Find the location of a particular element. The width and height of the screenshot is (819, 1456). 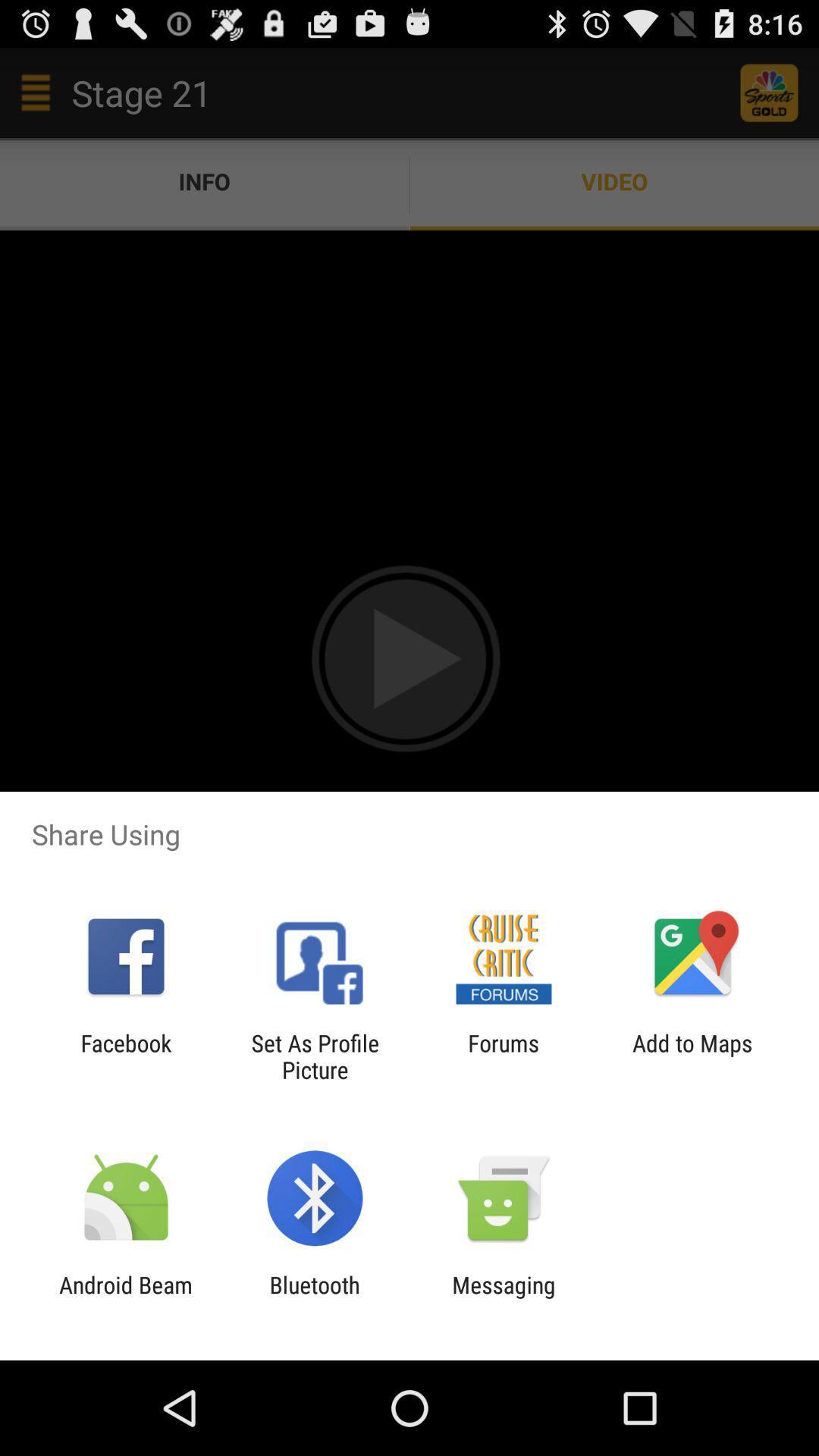

app next to the add to maps app is located at coordinates (504, 1056).